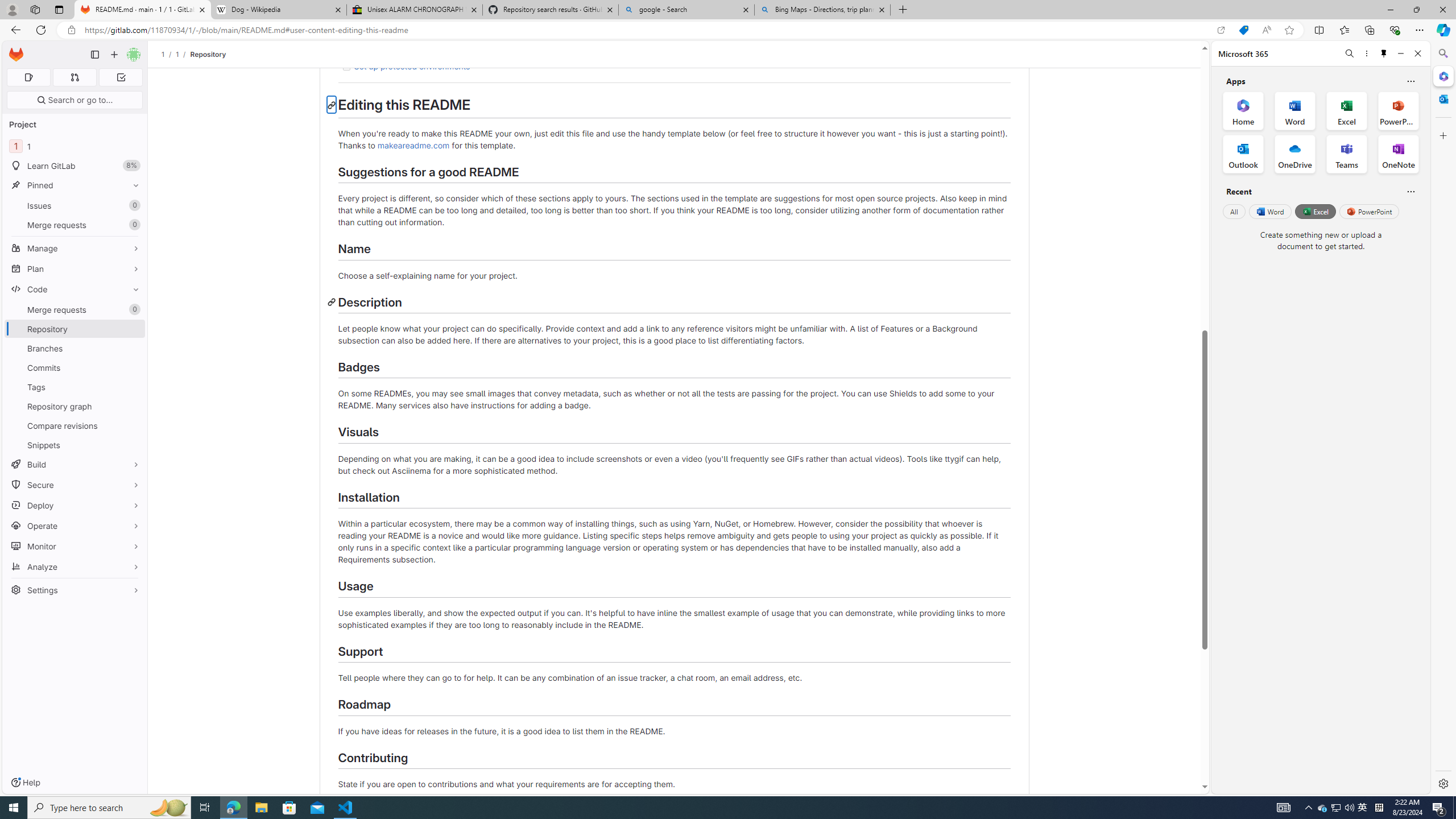  I want to click on 'OneDrive Office App', so click(1294, 154).